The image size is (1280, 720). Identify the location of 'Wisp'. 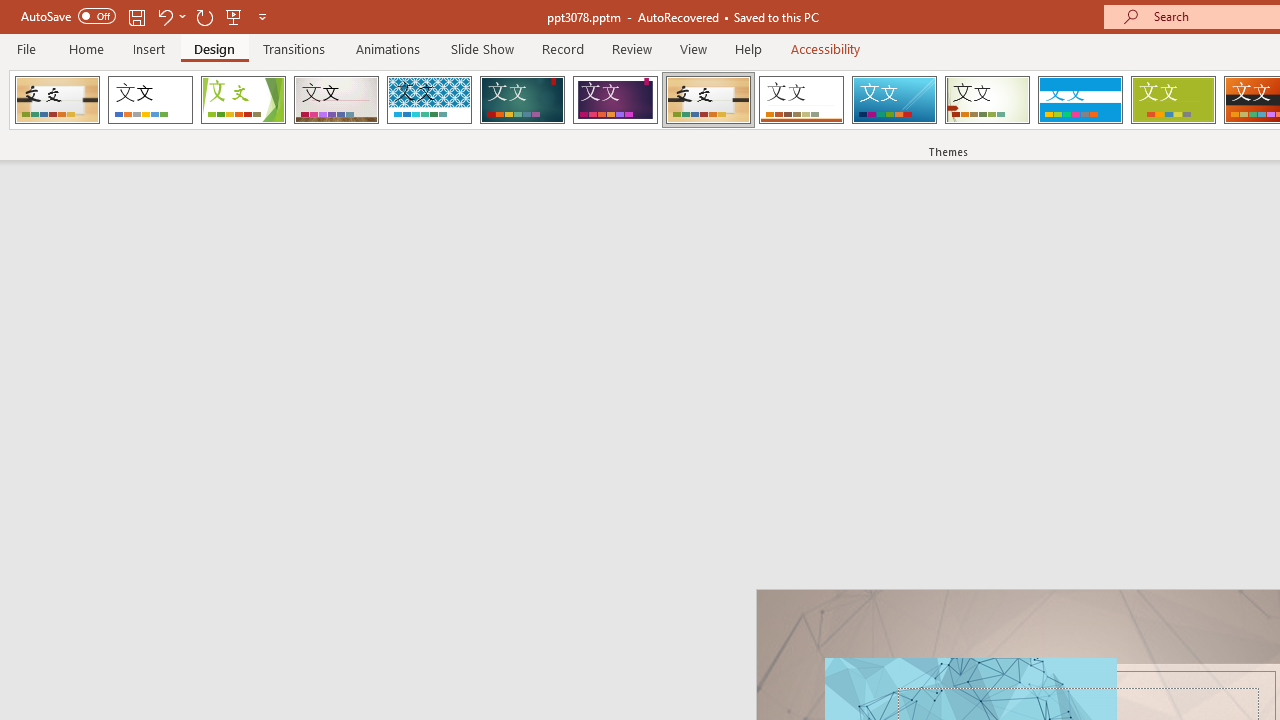
(987, 100).